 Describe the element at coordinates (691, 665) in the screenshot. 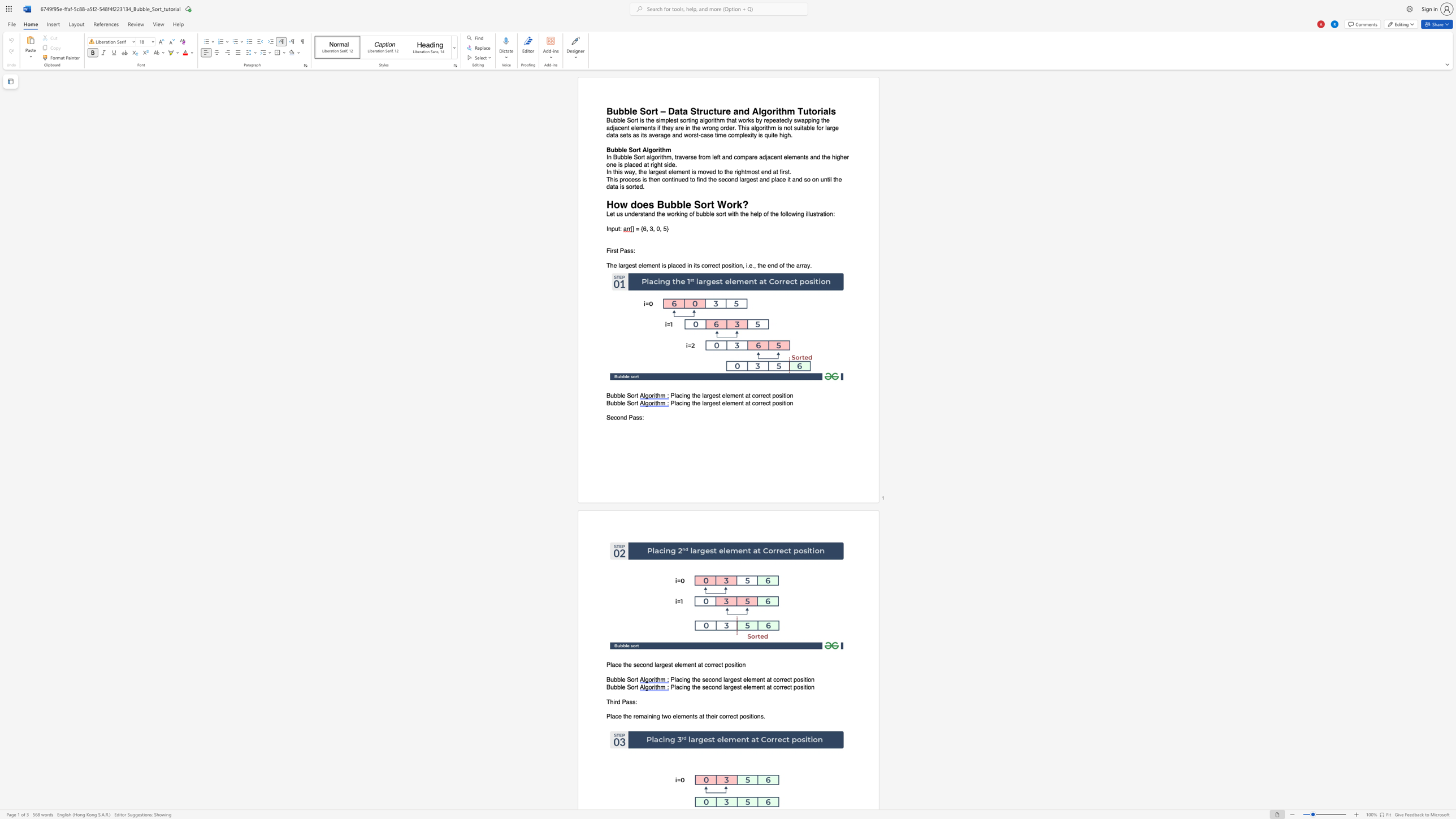

I see `the subset text "nt at corre" within the text "Place the second largest element at correct position"` at that location.